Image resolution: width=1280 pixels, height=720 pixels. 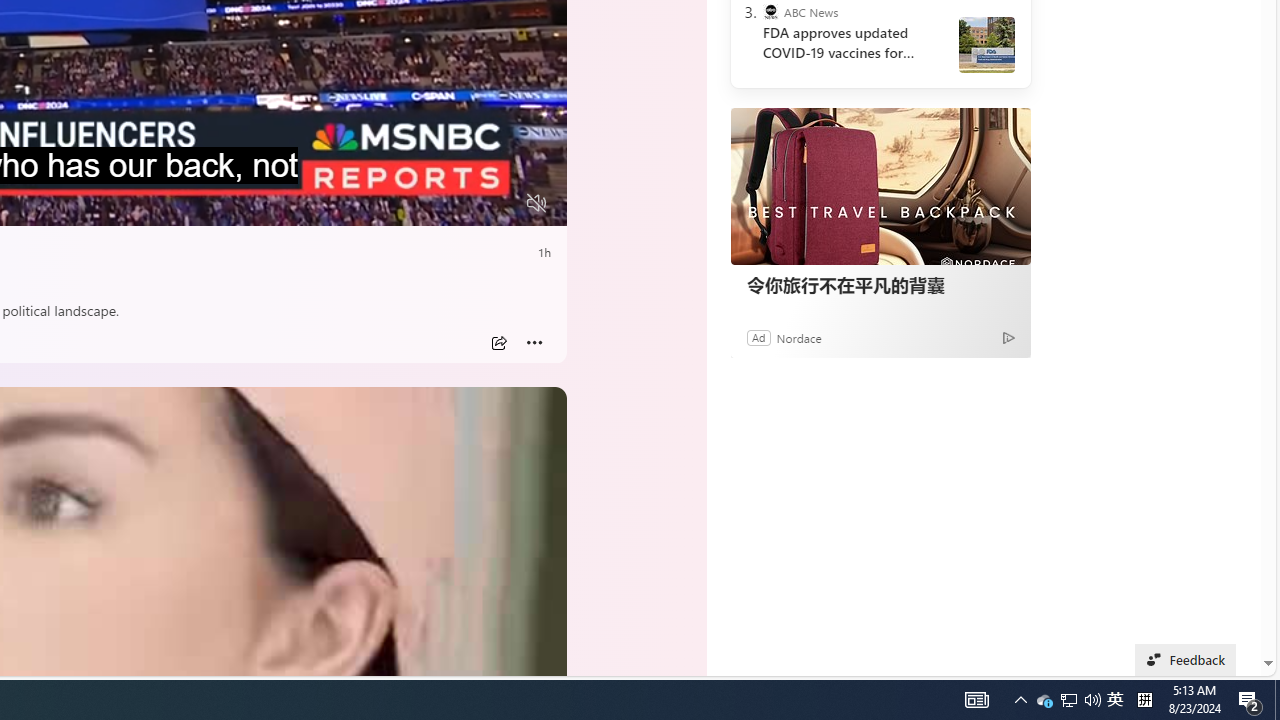 I want to click on 'Share', so click(x=498, y=342).